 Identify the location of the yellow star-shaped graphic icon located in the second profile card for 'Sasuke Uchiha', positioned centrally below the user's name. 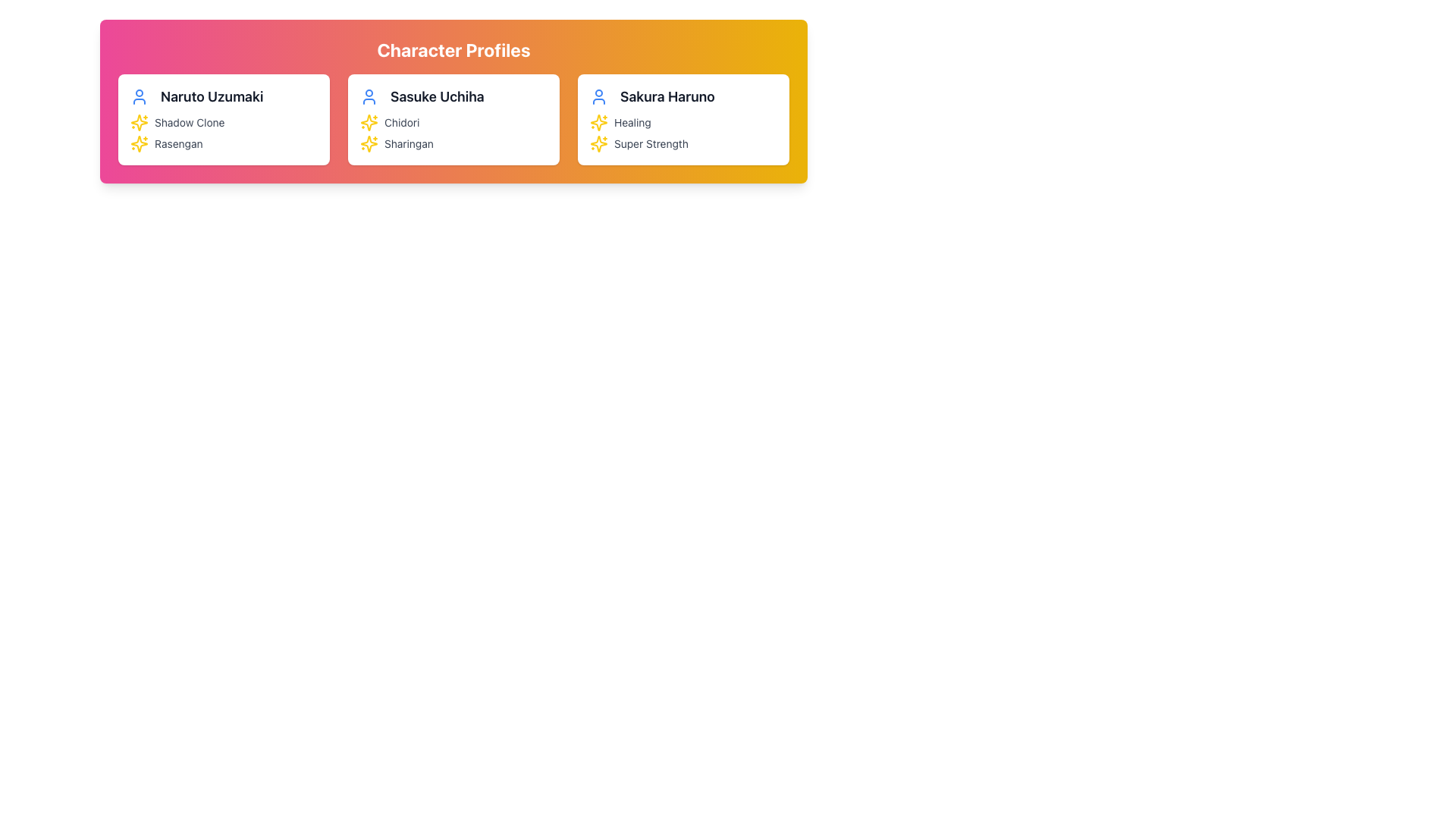
(369, 122).